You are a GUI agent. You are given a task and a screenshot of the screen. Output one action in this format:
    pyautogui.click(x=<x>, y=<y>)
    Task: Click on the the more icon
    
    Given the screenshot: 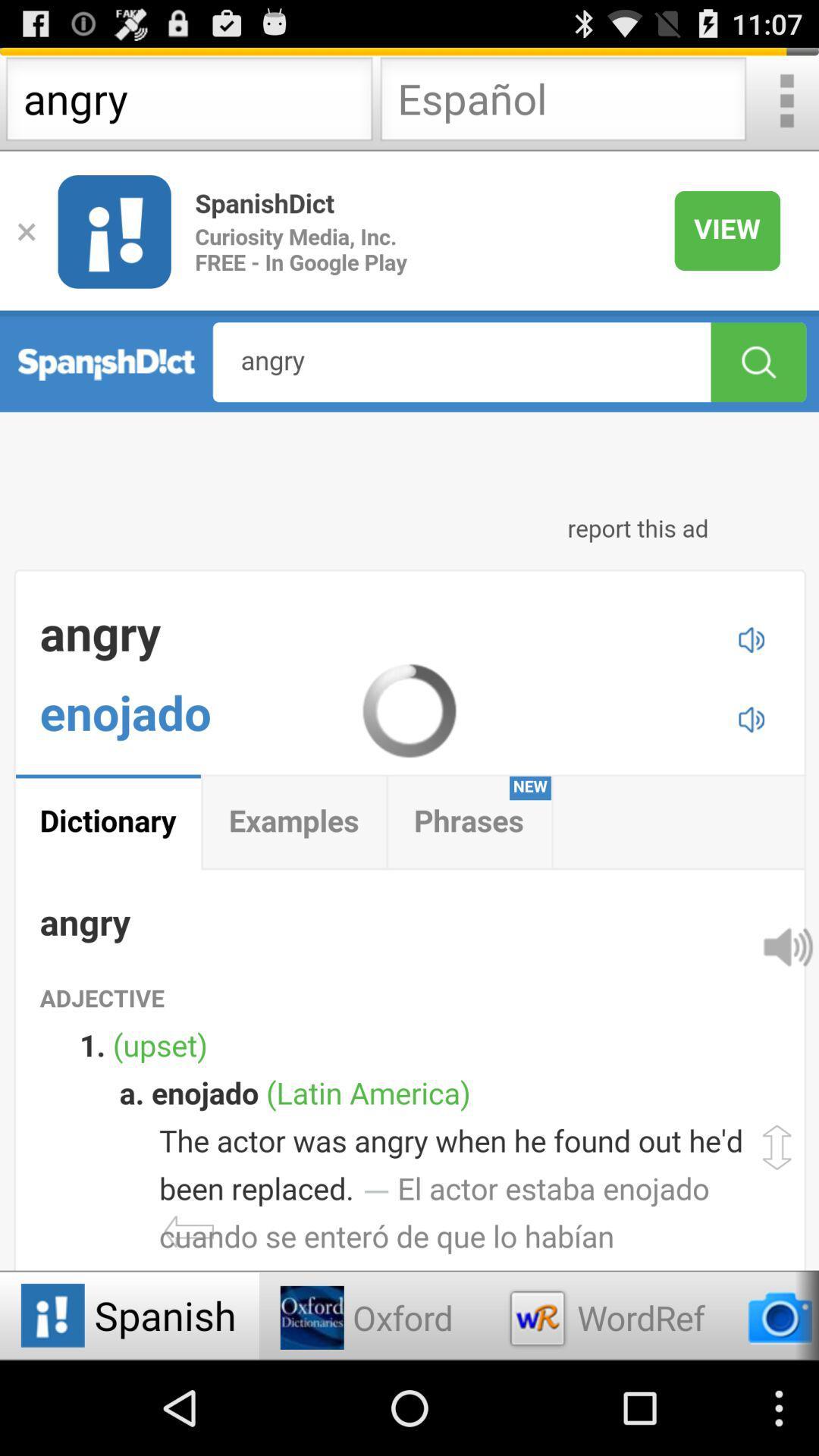 What is the action you would take?
    pyautogui.click(x=785, y=110)
    